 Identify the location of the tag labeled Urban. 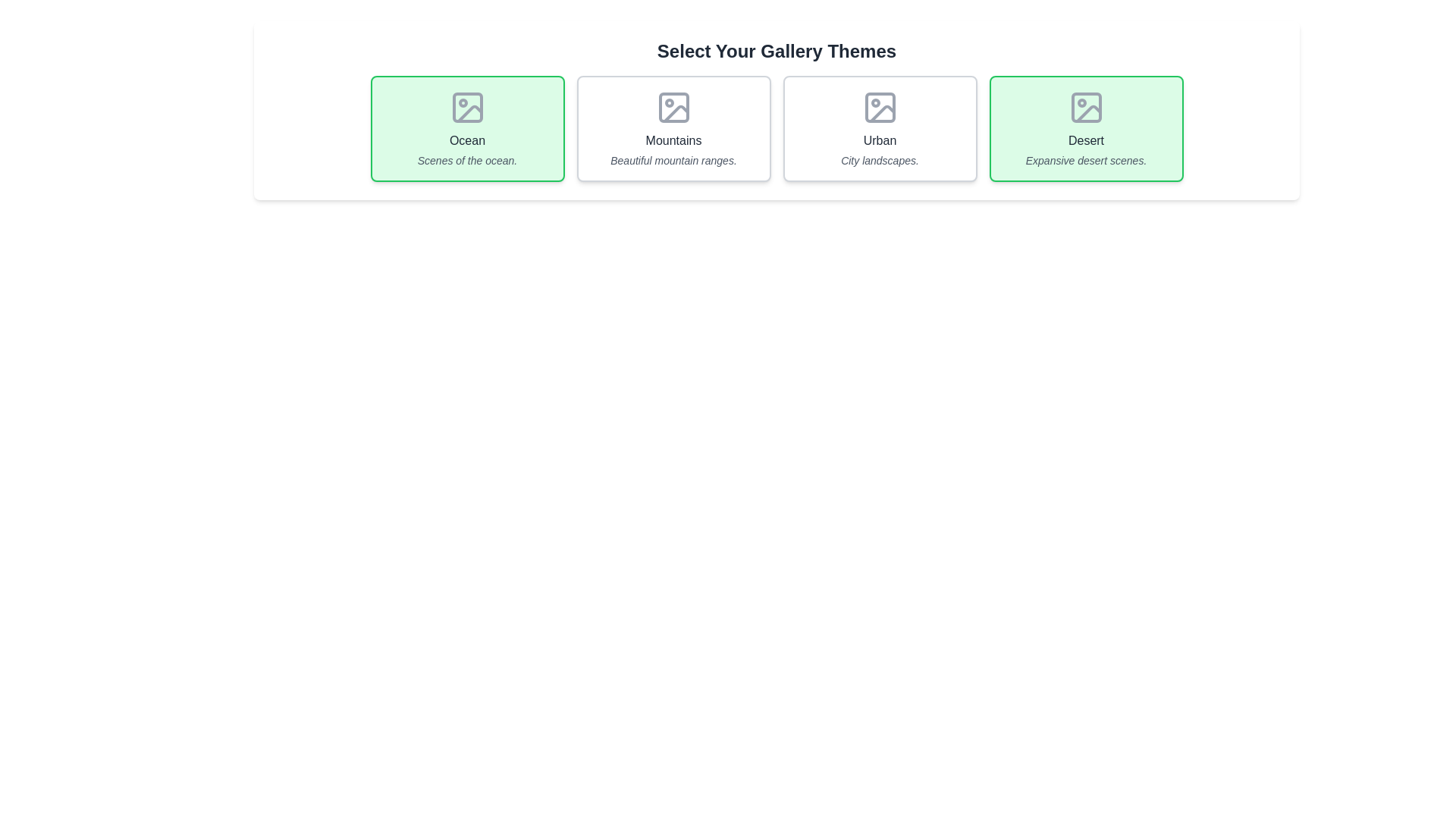
(880, 127).